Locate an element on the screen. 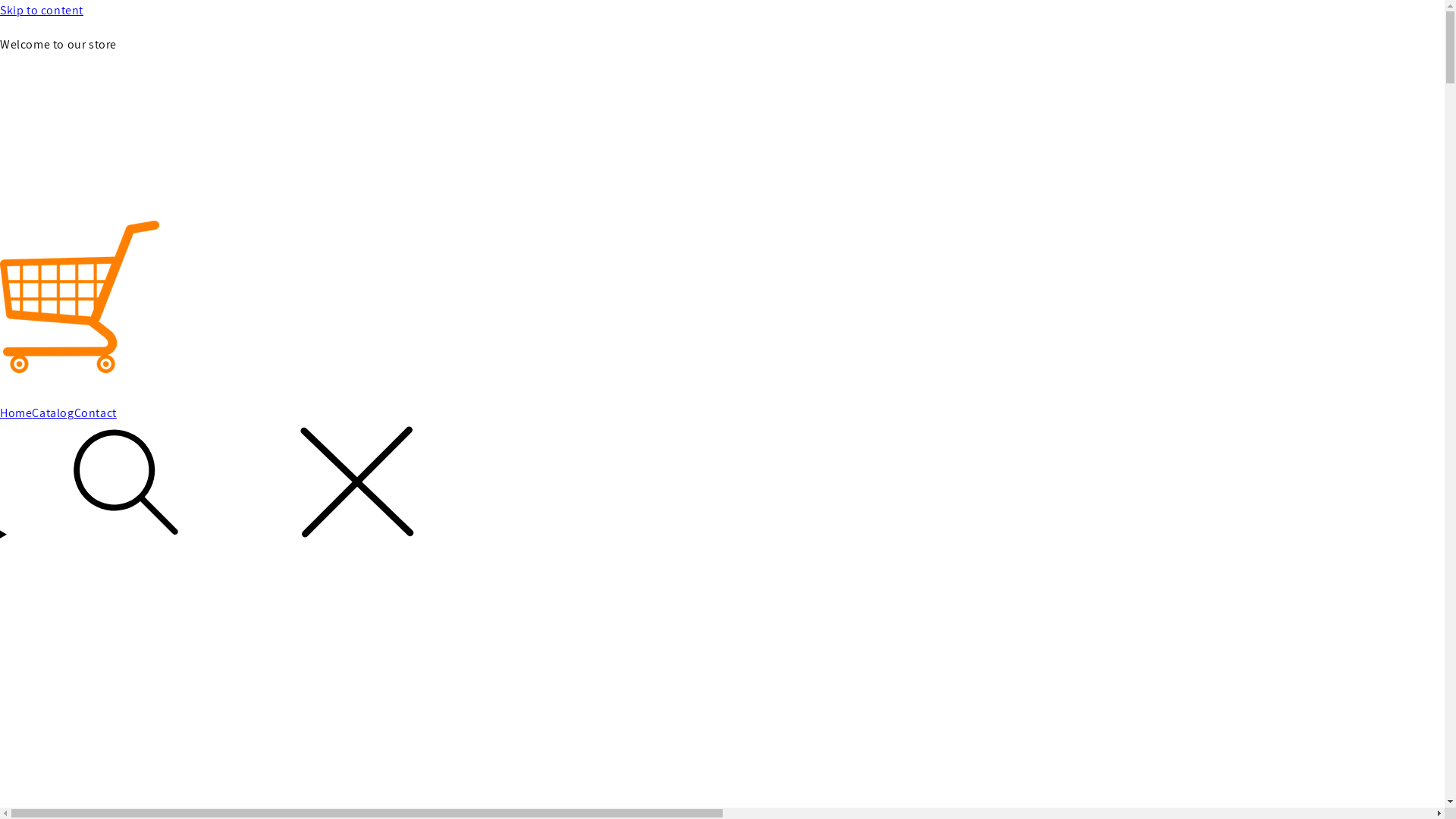  'Skip to content' is located at coordinates (0, 11).